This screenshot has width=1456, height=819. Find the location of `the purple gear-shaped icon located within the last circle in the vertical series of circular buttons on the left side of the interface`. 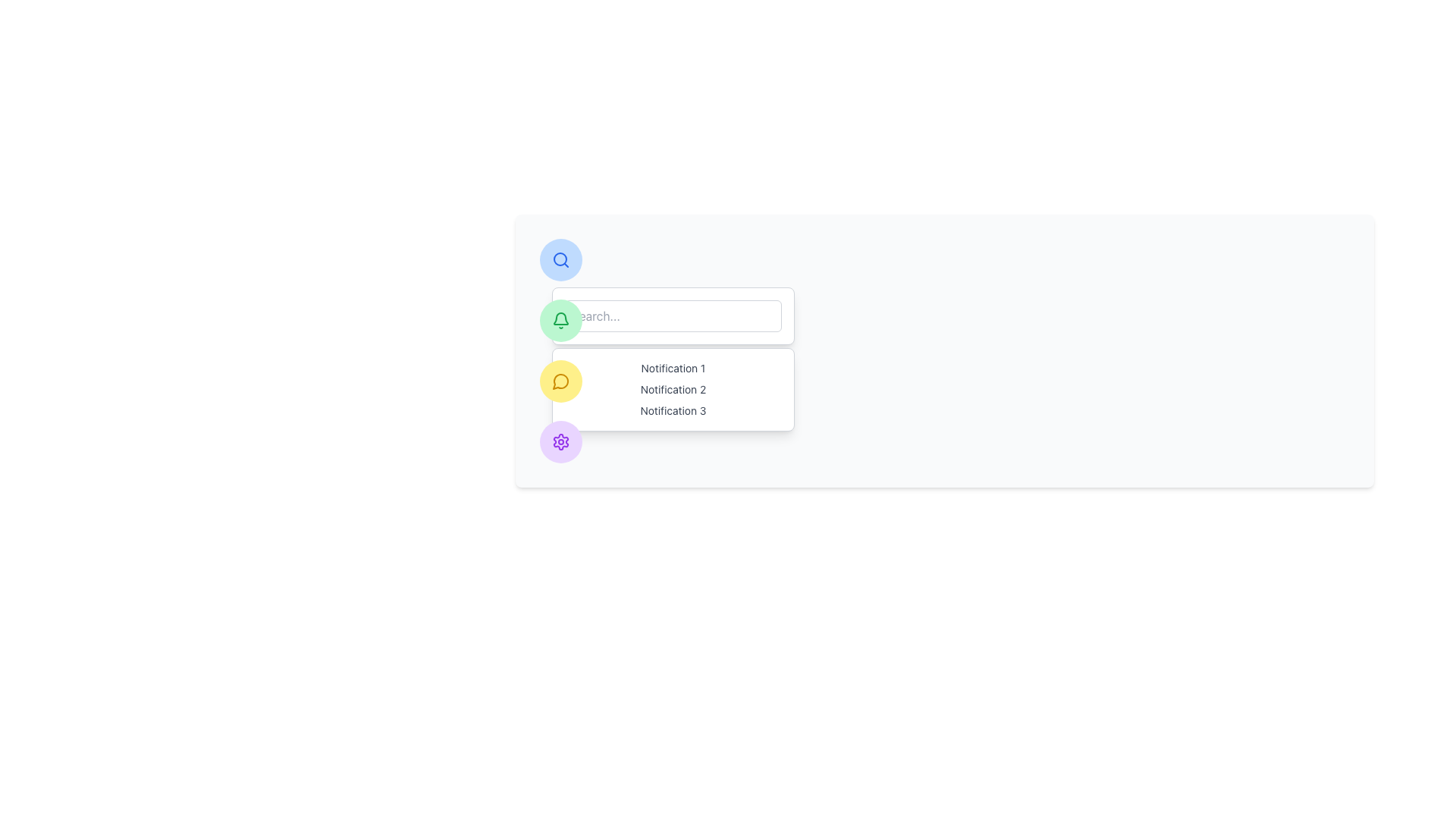

the purple gear-shaped icon located within the last circle in the vertical series of circular buttons on the left side of the interface is located at coordinates (560, 441).